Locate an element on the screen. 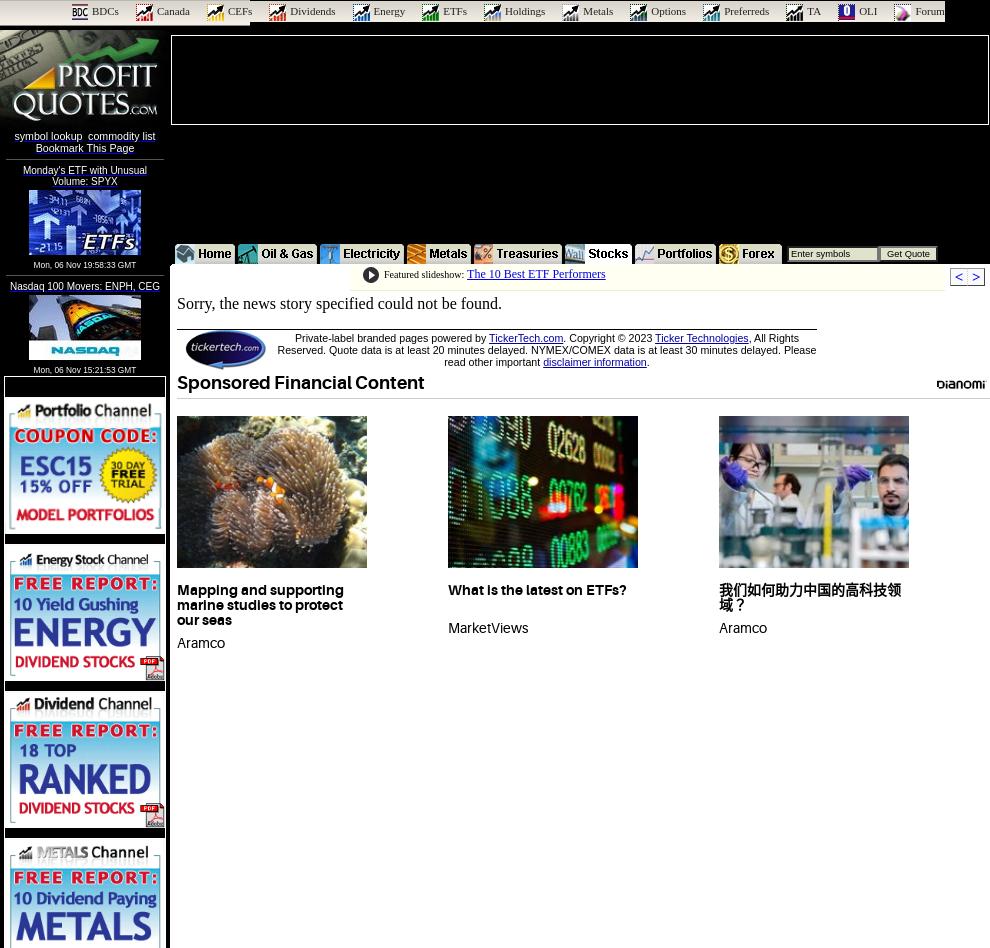 The image size is (990, 948). 'Bookmark This Page' is located at coordinates (84, 146).